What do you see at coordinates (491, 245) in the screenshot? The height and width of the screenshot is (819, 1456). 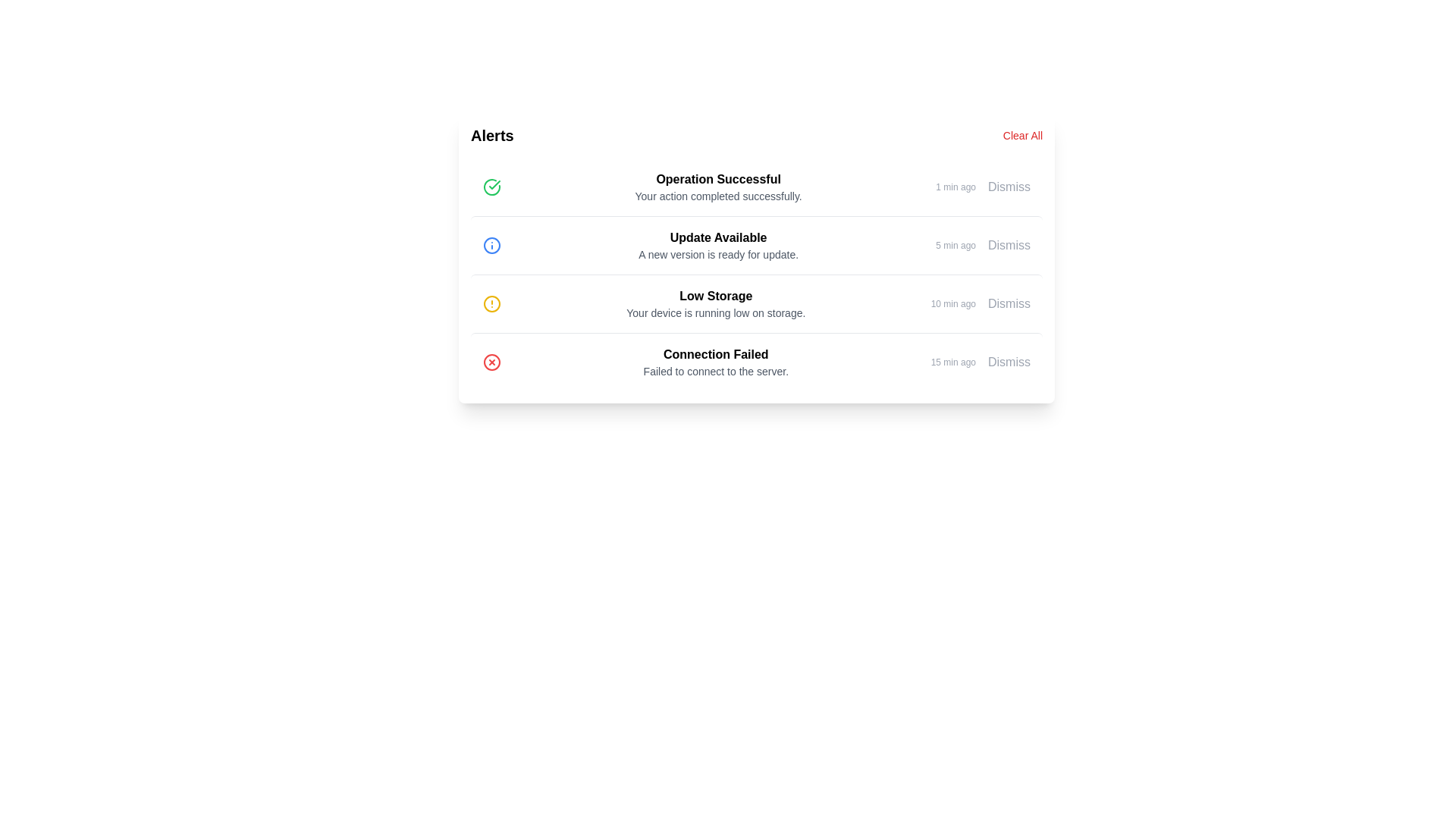 I see `the 'Update Available' notification icon, which is uniquely styled and located in the second row of the notifications` at bounding box center [491, 245].